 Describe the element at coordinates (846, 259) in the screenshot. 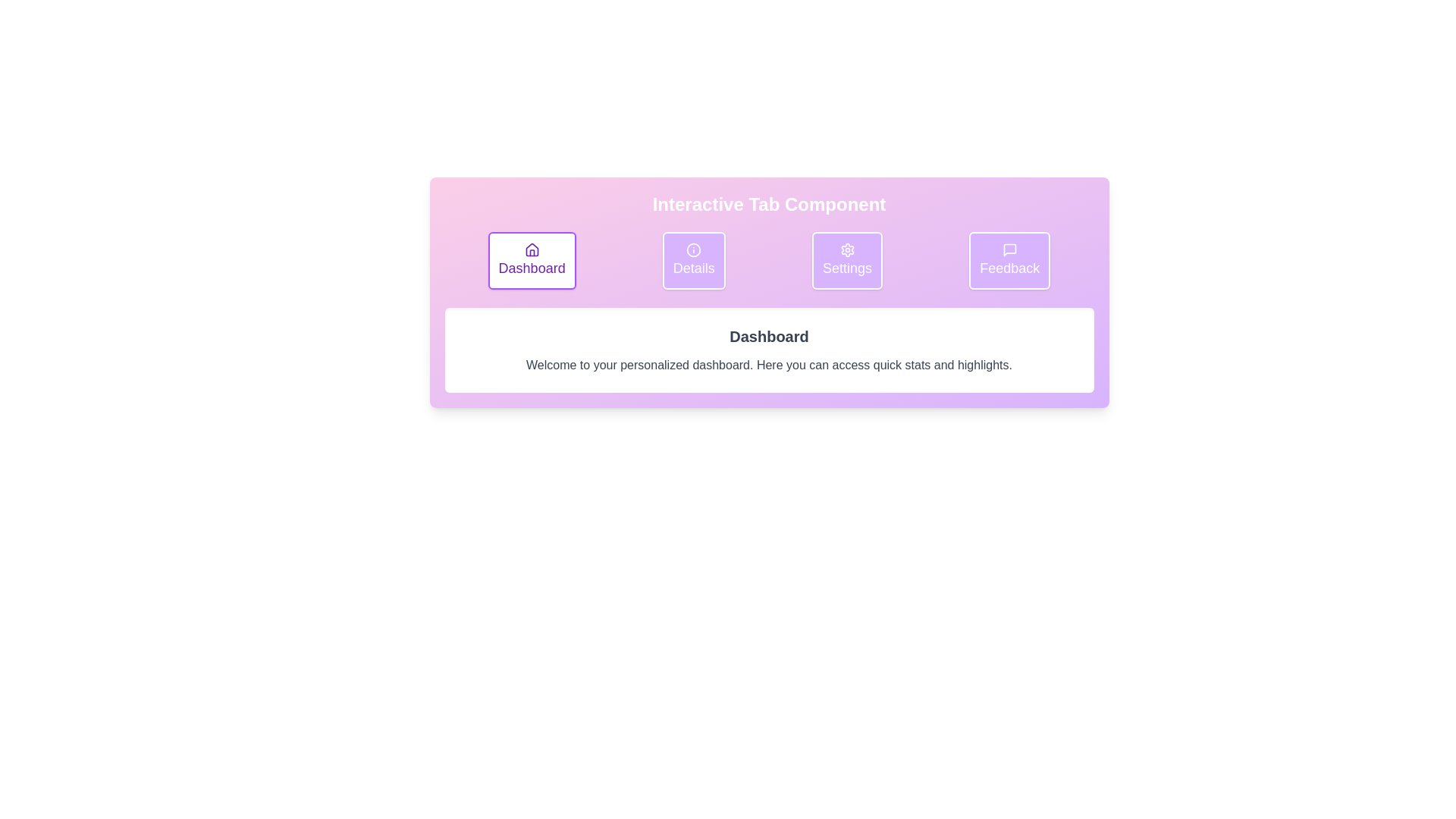

I see `the tab labeled Settings to switch to it` at that location.